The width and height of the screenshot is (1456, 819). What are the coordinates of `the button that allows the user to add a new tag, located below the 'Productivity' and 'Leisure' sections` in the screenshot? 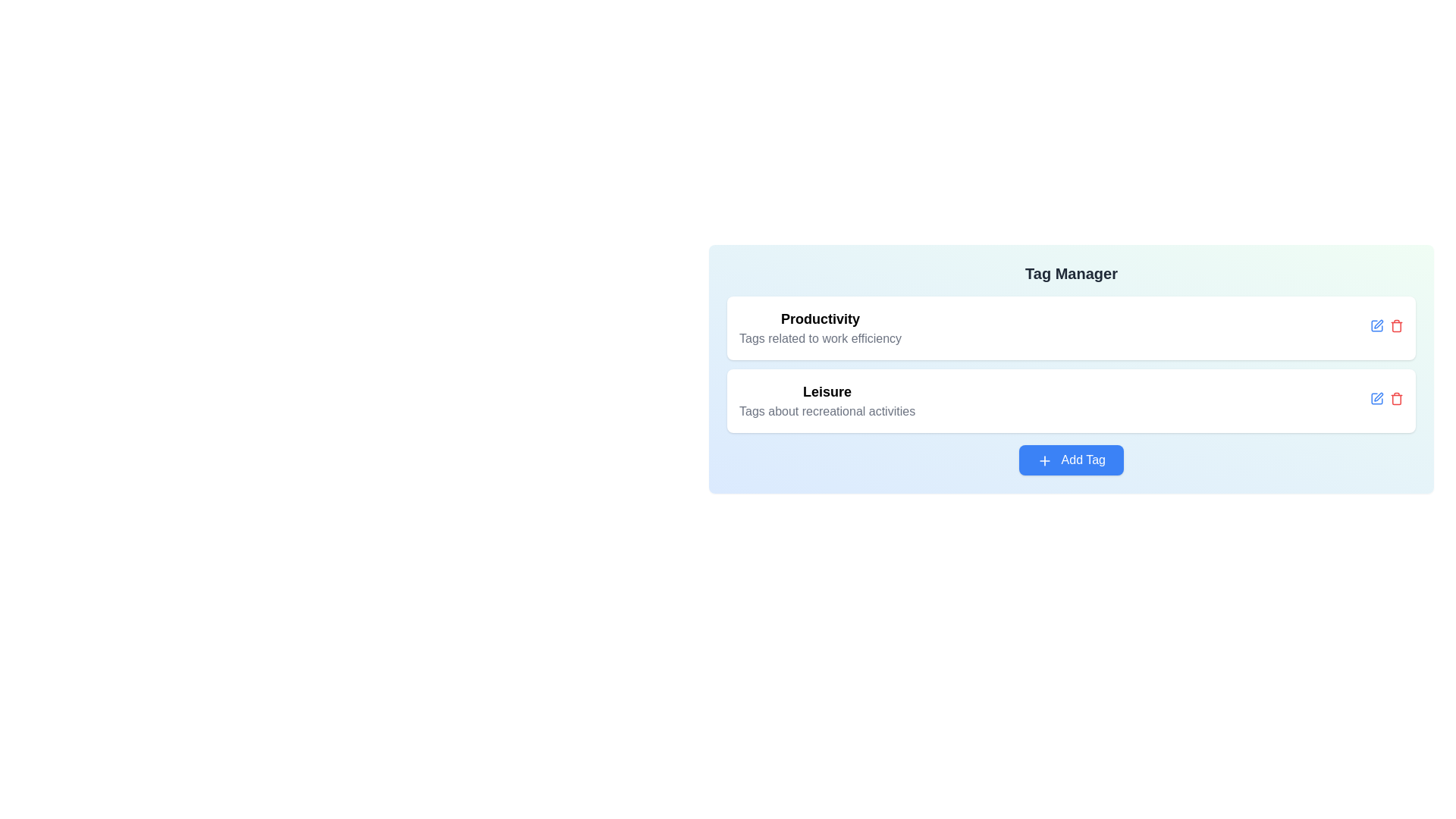 It's located at (1070, 459).